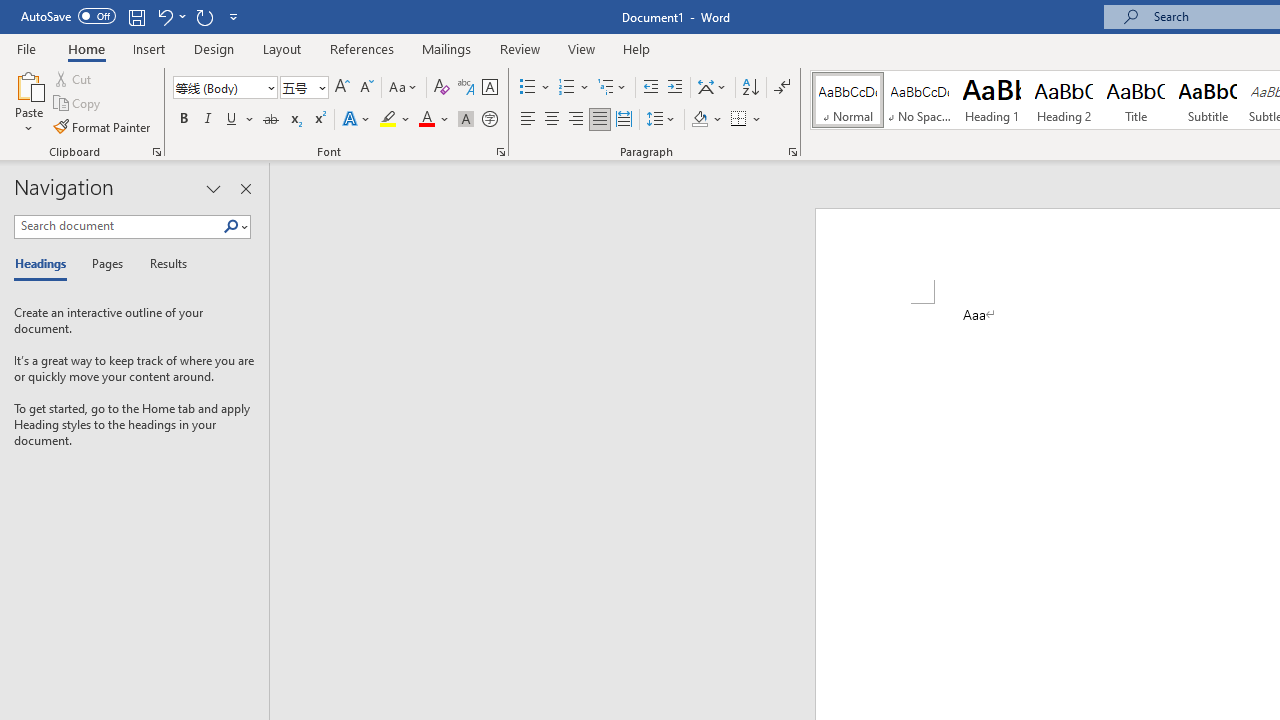  What do you see at coordinates (699, 119) in the screenshot?
I see `'Shading RGB(0, 0, 0)'` at bounding box center [699, 119].